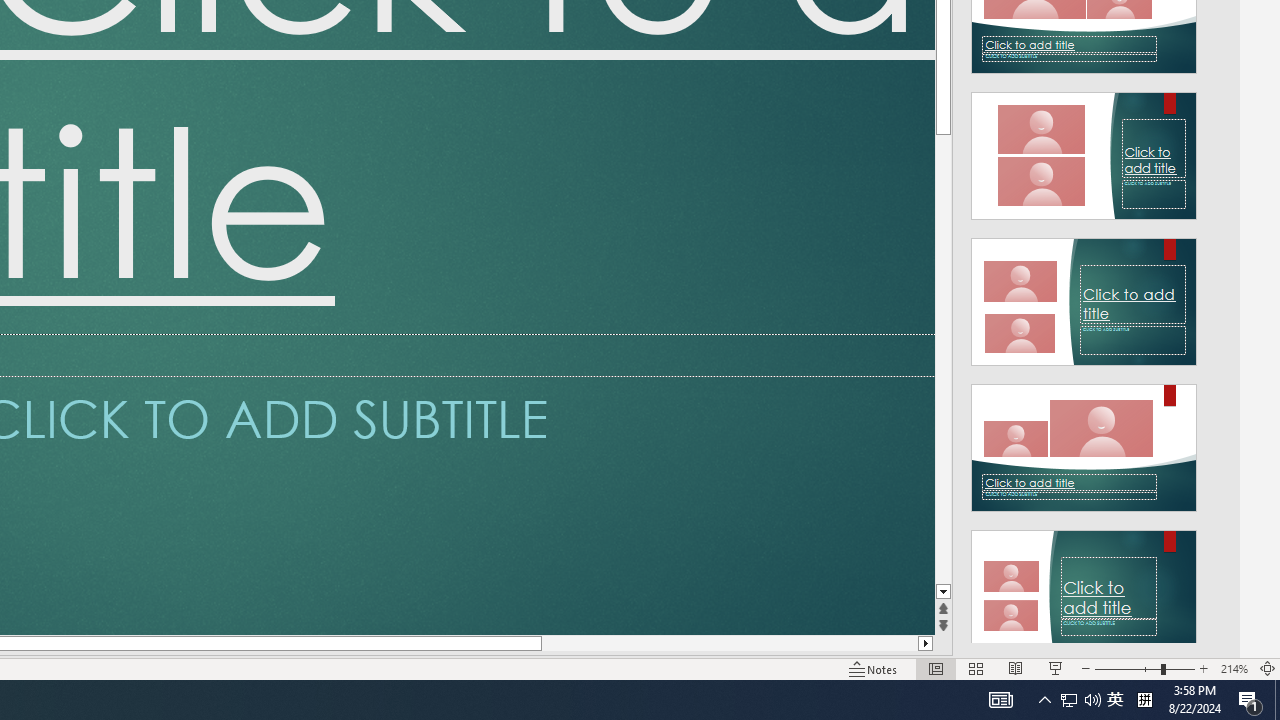 This screenshot has height=720, width=1280. Describe the element at coordinates (942, 591) in the screenshot. I see `'Line down'` at that location.